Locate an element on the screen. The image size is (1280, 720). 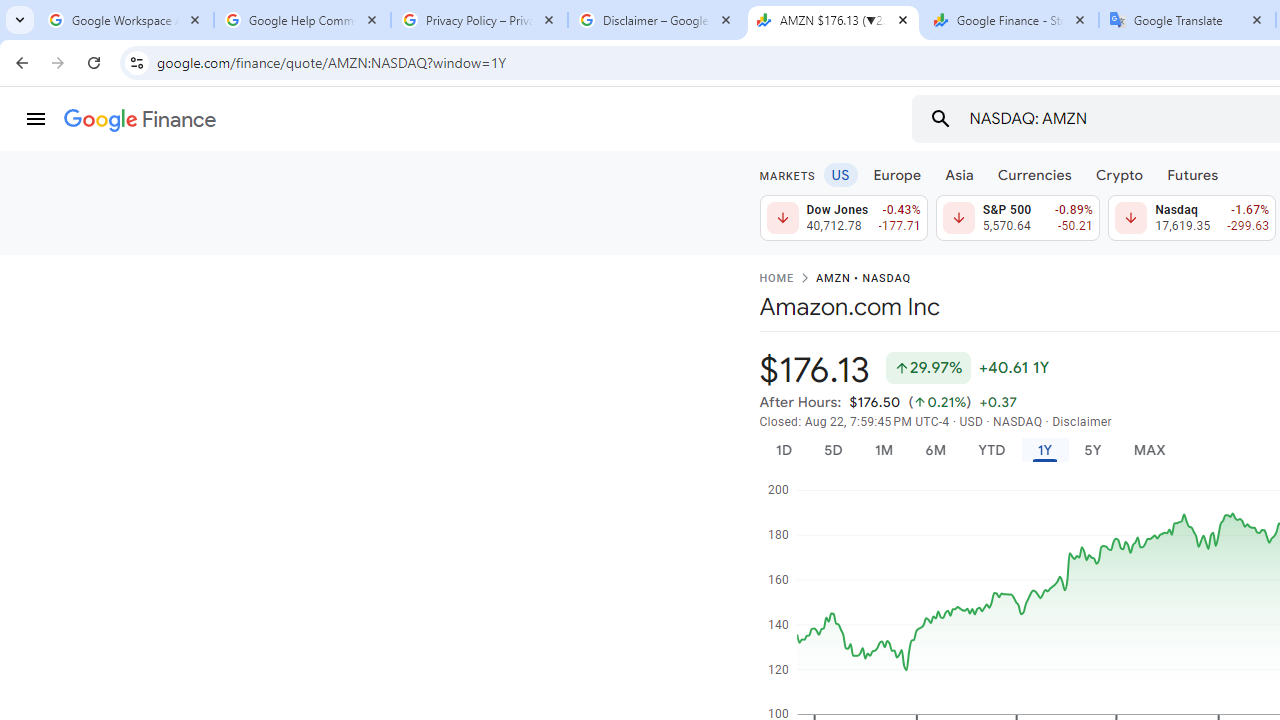
'Disclaimer' is located at coordinates (1081, 420).